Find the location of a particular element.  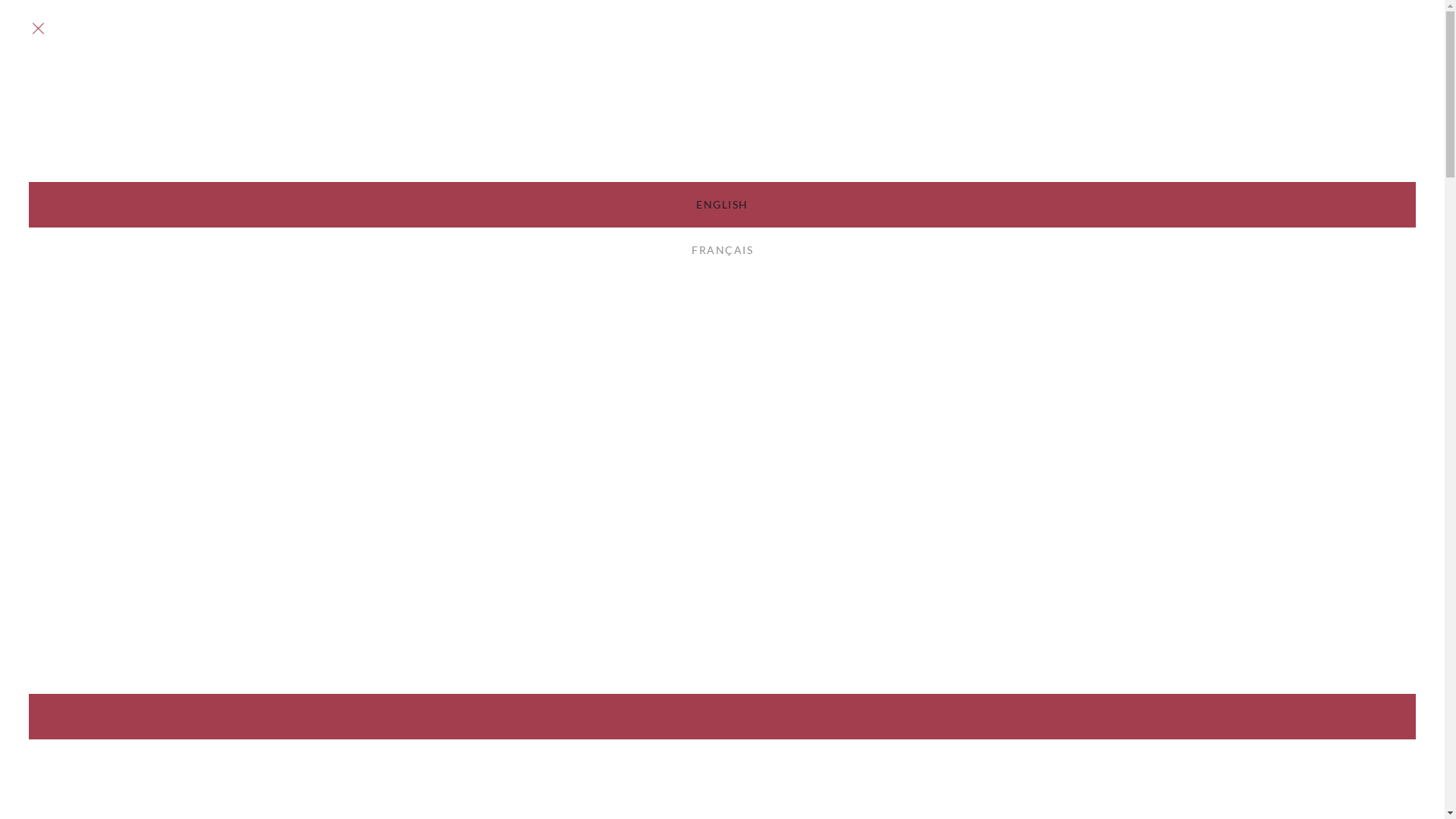

'ENGLISH' is located at coordinates (721, 205).